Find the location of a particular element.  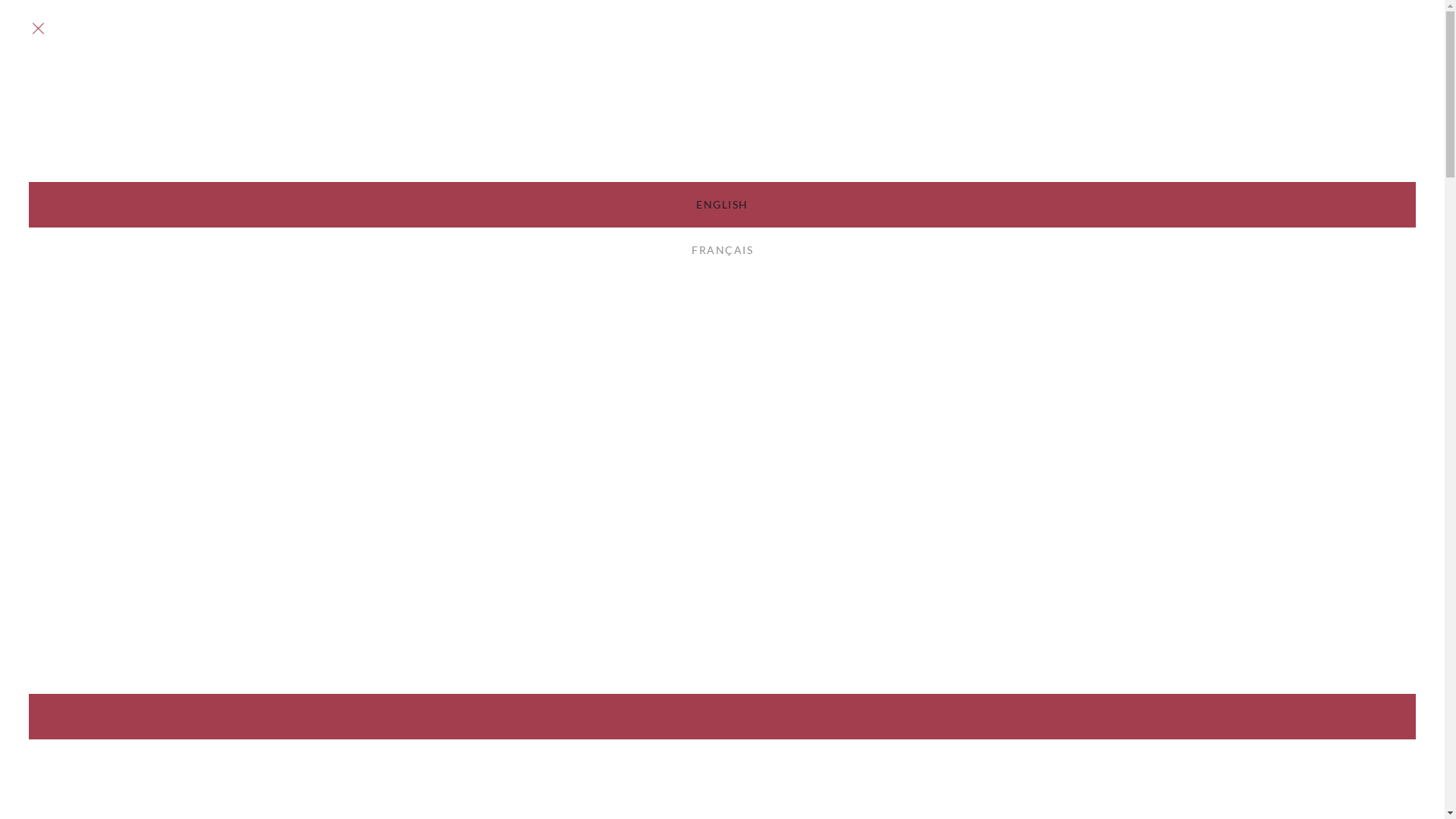

'ENGLISH' is located at coordinates (721, 205).